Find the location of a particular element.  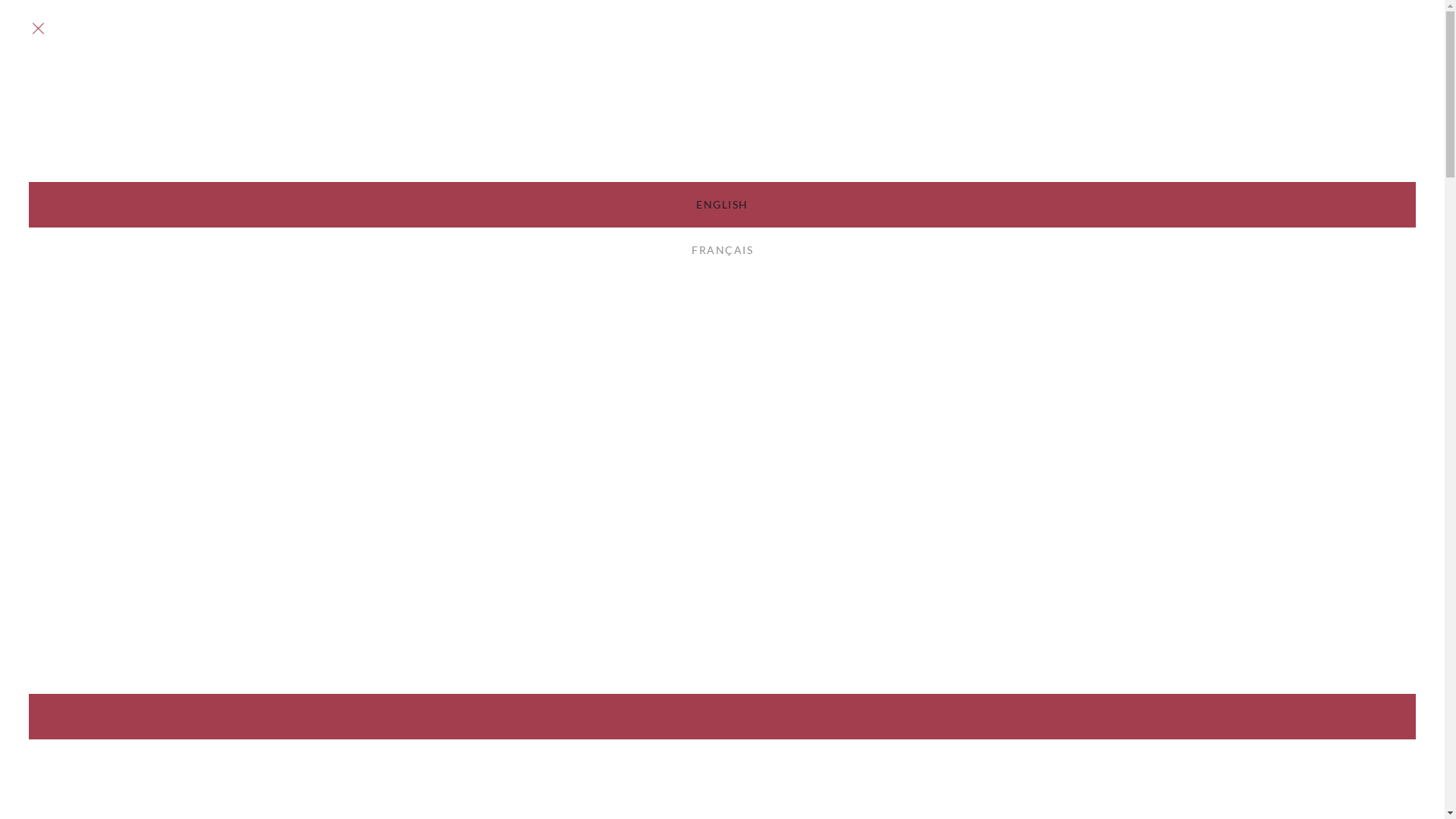

'ENGLISH' is located at coordinates (721, 205).